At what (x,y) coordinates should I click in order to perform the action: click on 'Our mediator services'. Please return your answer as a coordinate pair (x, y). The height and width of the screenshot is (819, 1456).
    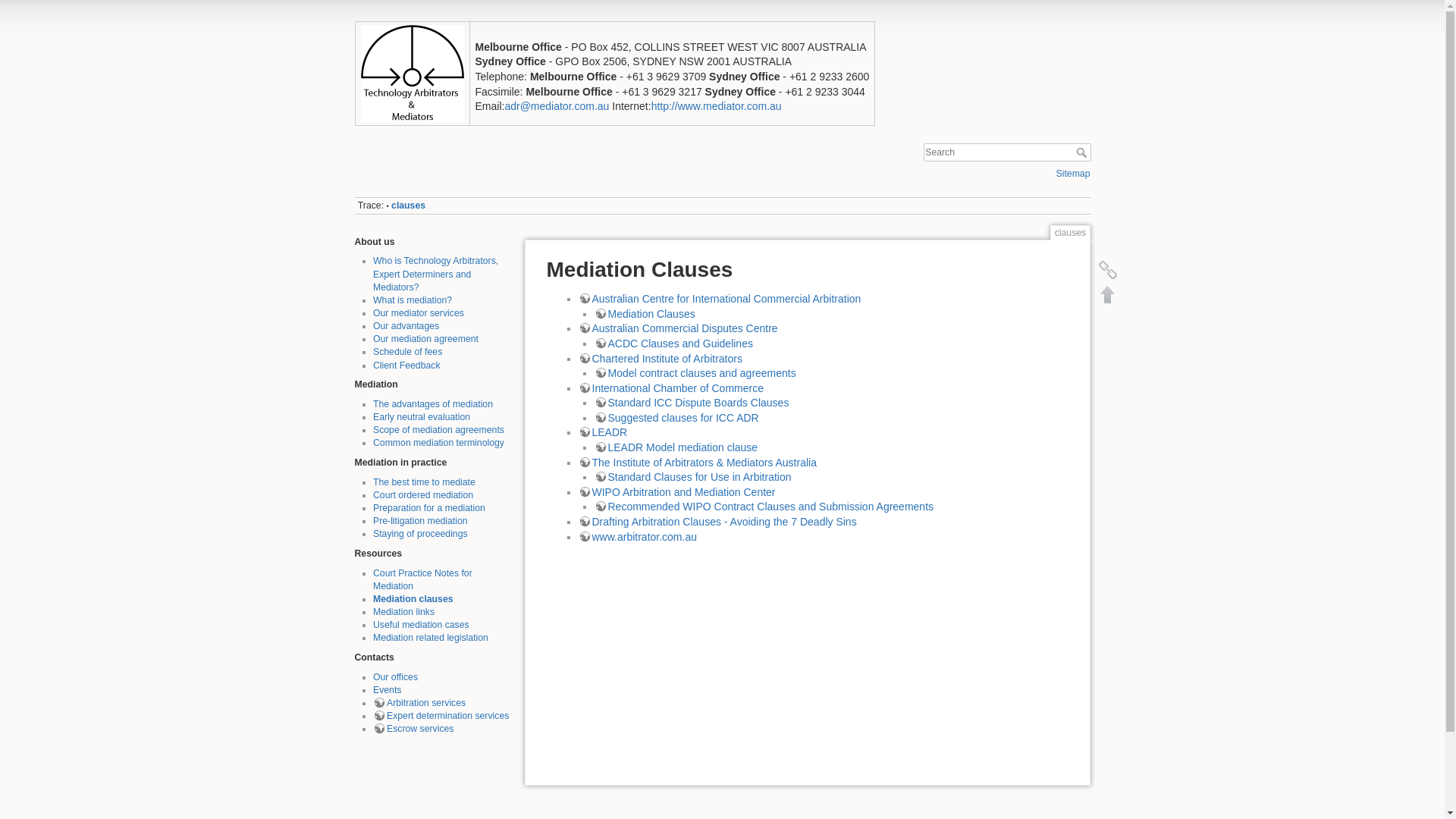
    Looking at the image, I should click on (419, 312).